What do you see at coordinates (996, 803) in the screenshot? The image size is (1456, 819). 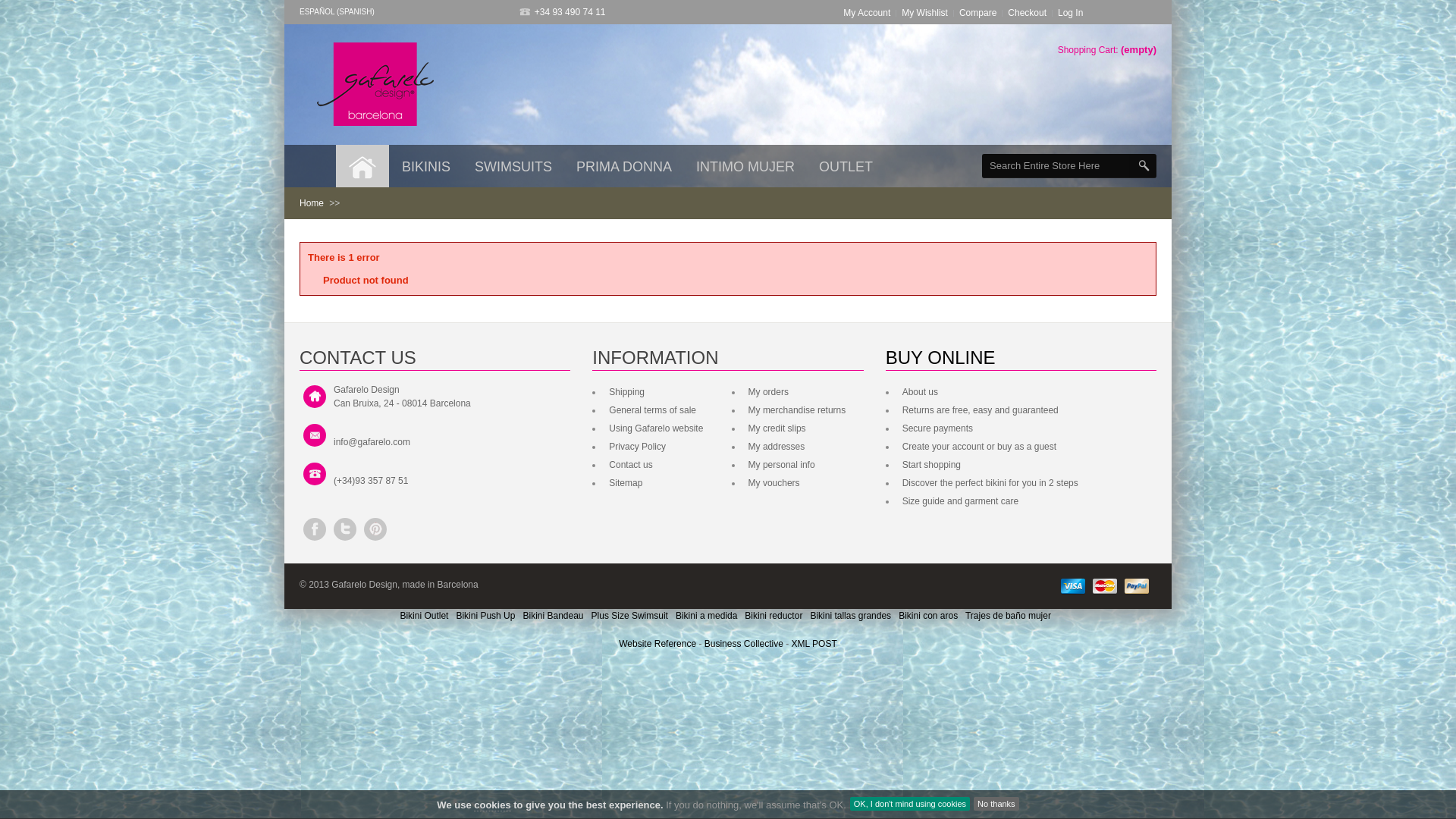 I see `'No thanks'` at bounding box center [996, 803].